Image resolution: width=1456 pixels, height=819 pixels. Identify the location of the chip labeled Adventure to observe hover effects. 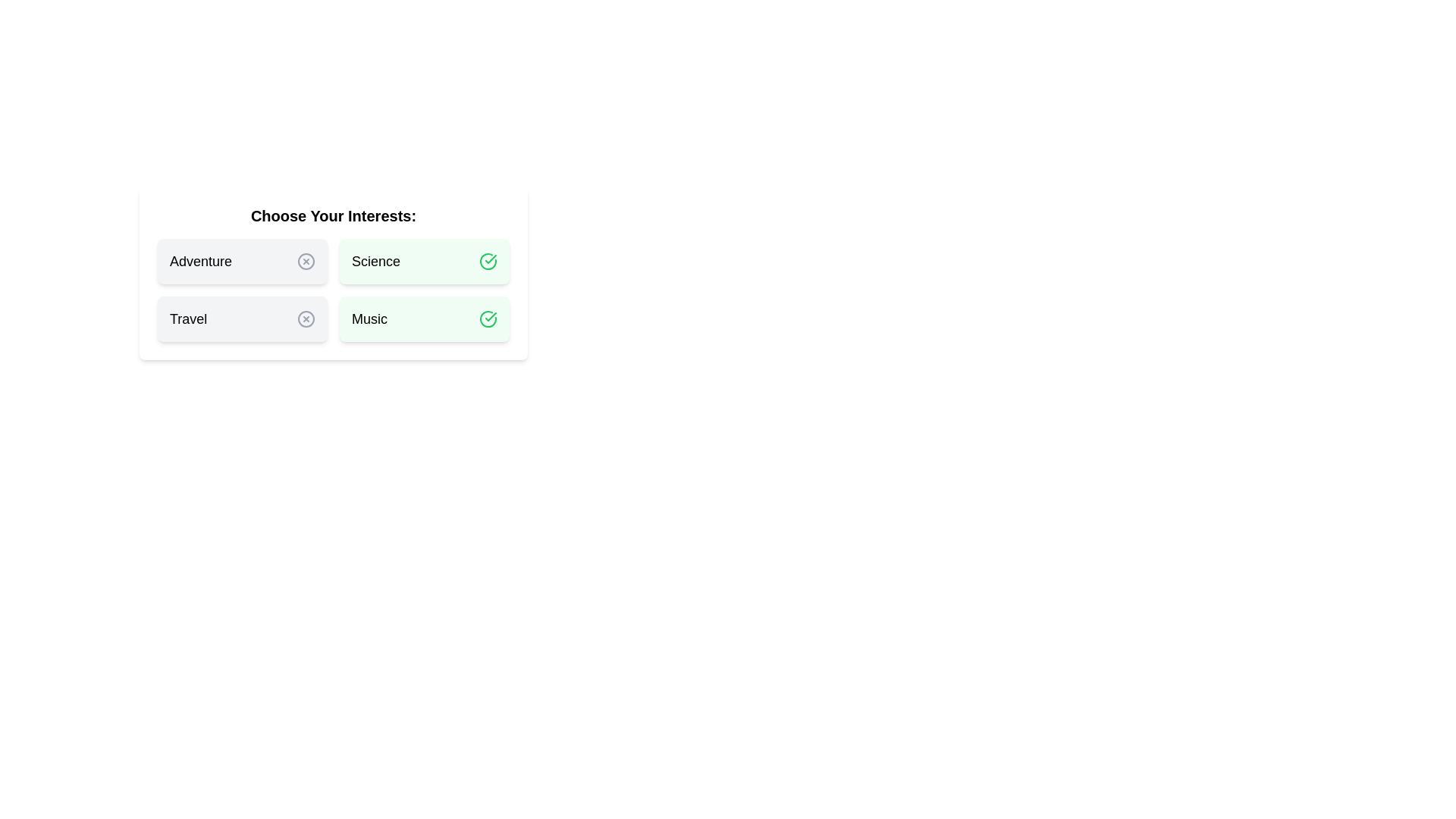
(243, 260).